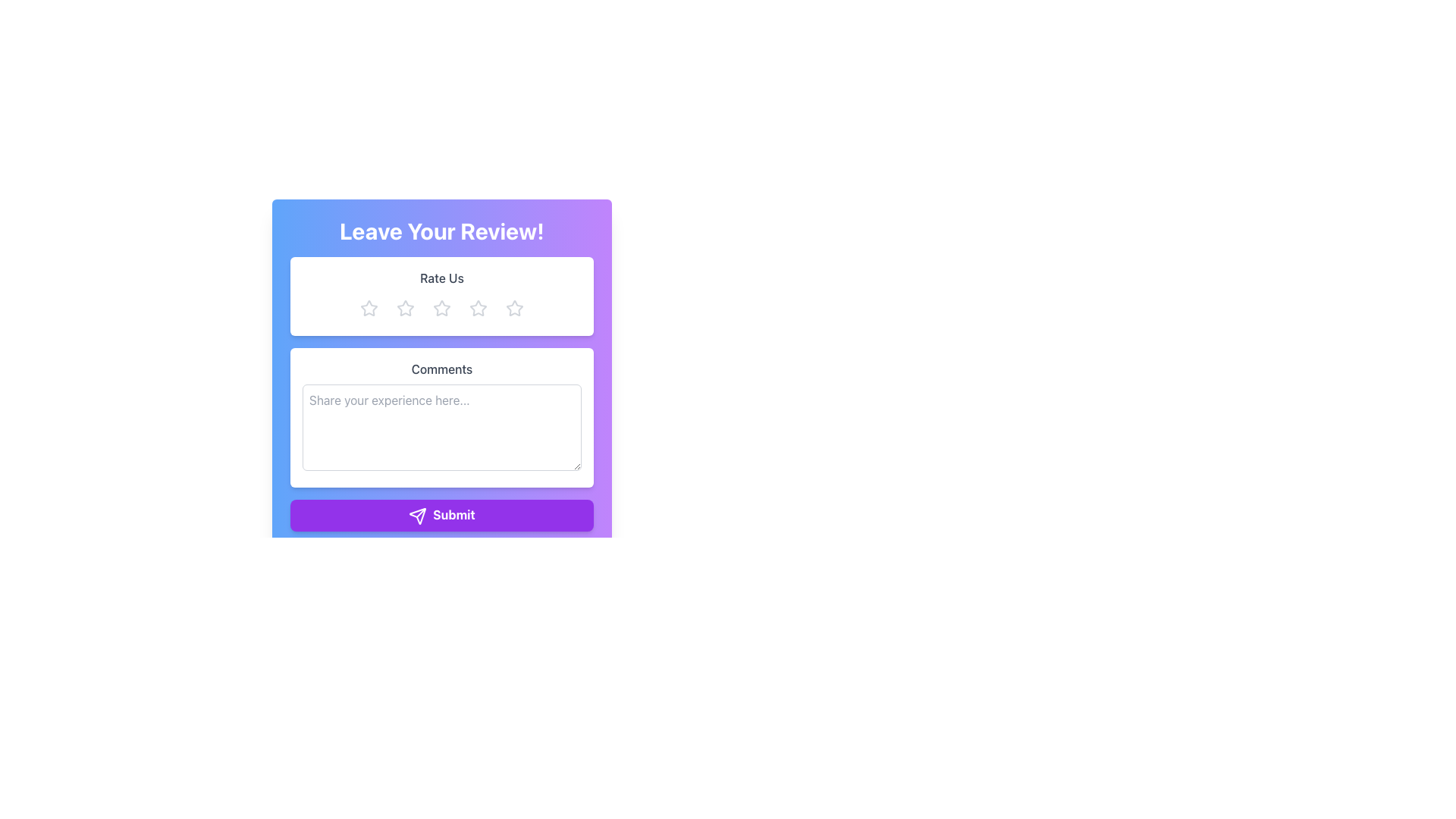 Image resolution: width=1456 pixels, height=819 pixels. Describe the element at coordinates (418, 515) in the screenshot. I see `the paper airplane icon, which is located to the left of the 'Submit' text within the 'Submit' button at the bottom of the interface` at that location.